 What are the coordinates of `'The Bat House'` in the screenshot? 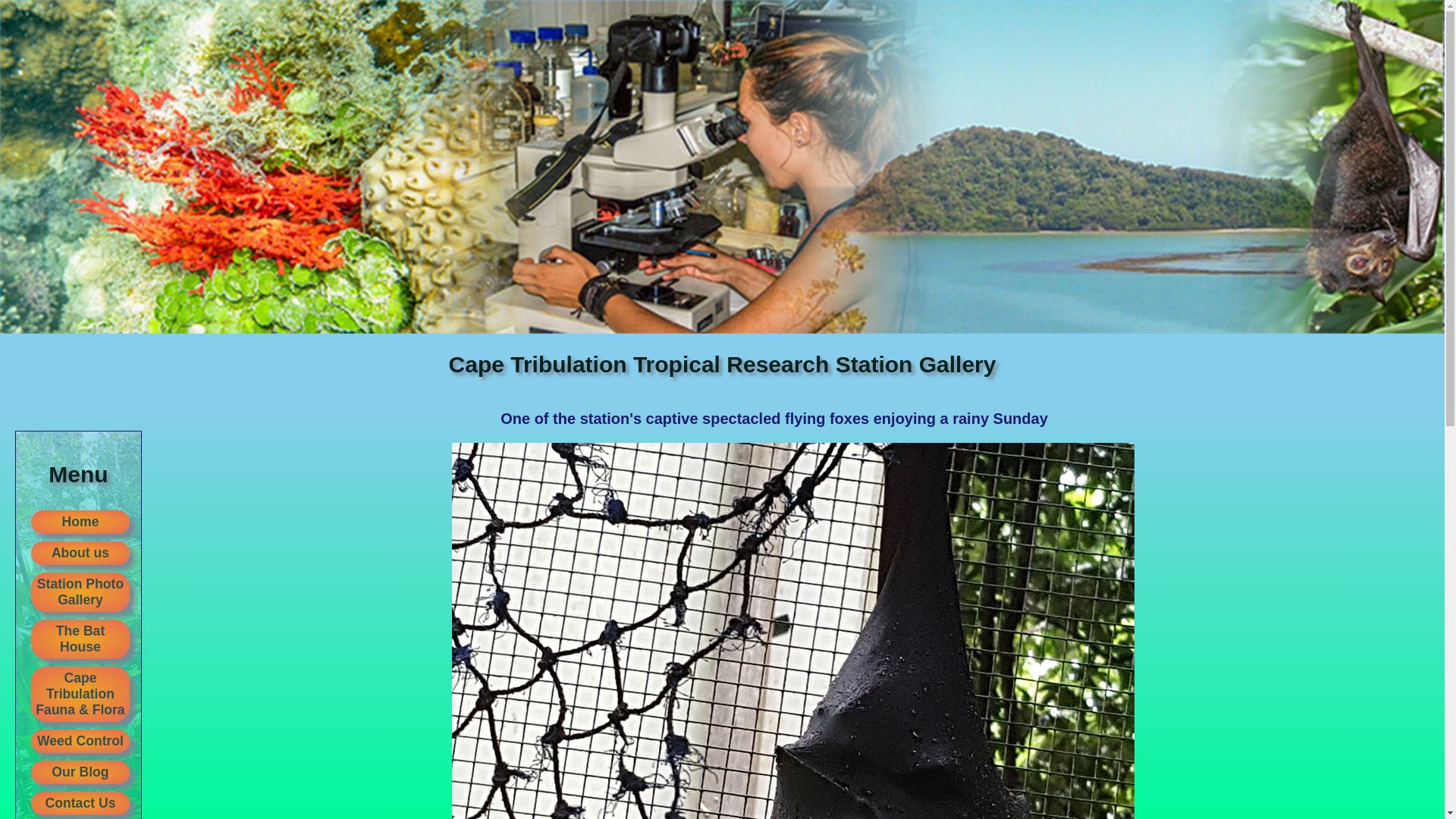 It's located at (79, 639).